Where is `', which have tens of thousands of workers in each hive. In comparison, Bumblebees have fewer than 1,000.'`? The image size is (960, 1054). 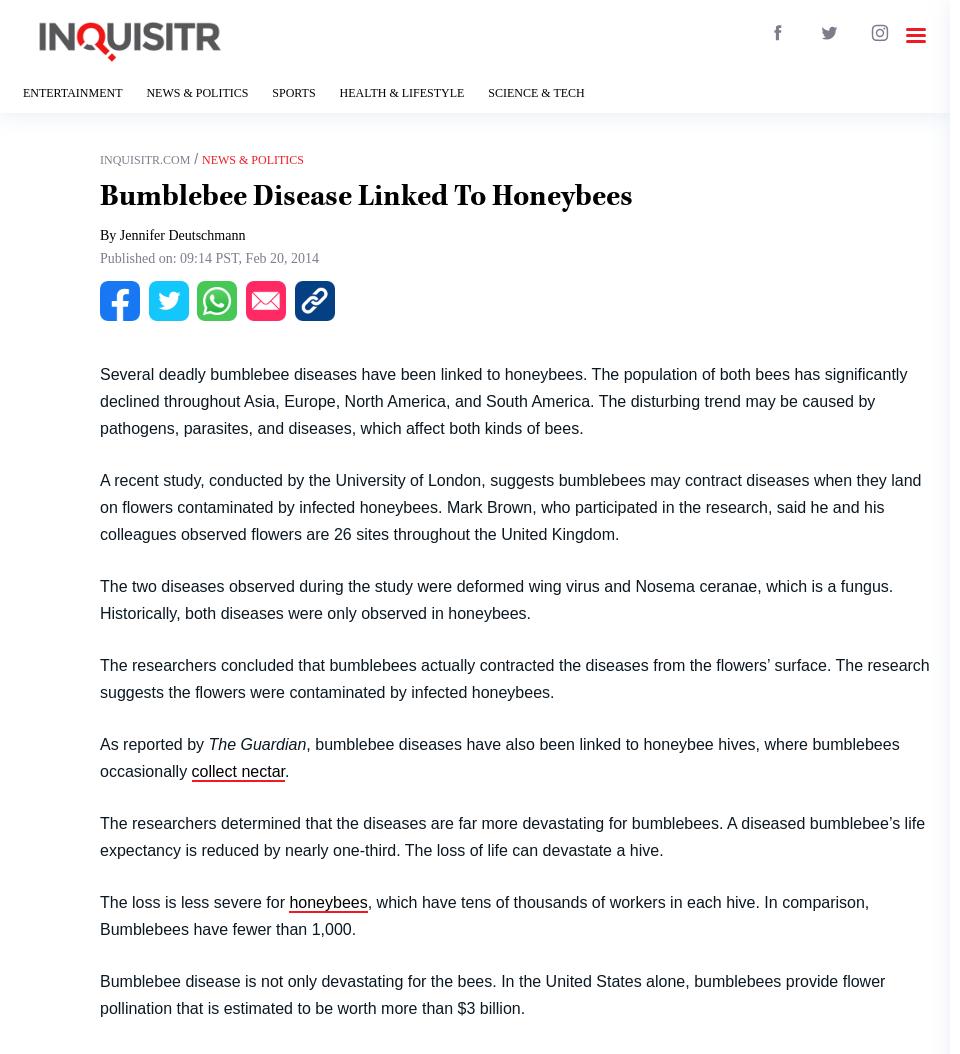 ', which have tens of thousands of workers in each hive. In comparison, Bumblebees have fewer than 1,000.' is located at coordinates (483, 913).